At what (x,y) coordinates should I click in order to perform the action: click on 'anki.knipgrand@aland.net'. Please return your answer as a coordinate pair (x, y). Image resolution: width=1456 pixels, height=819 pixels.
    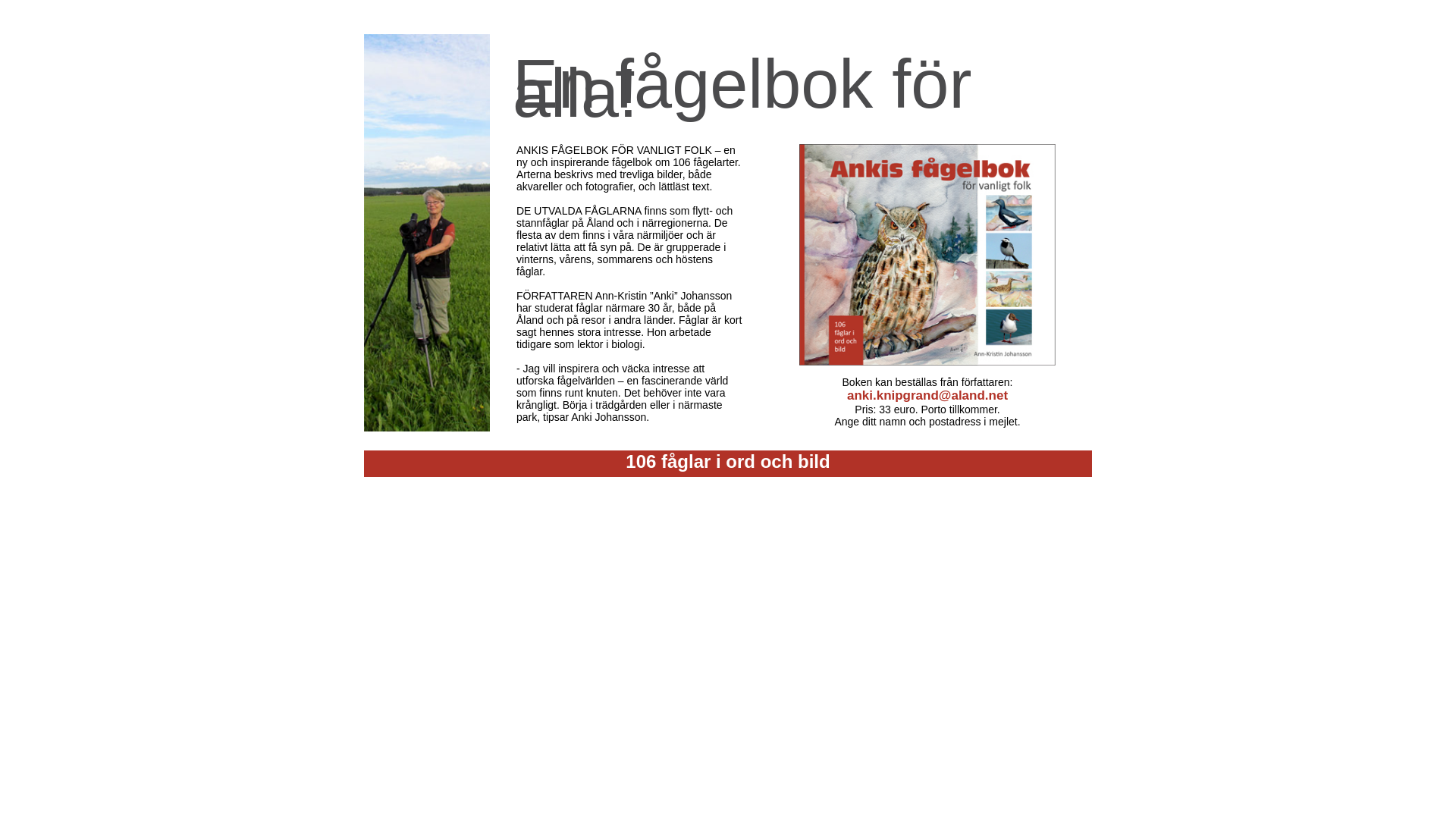
    Looking at the image, I should click on (846, 394).